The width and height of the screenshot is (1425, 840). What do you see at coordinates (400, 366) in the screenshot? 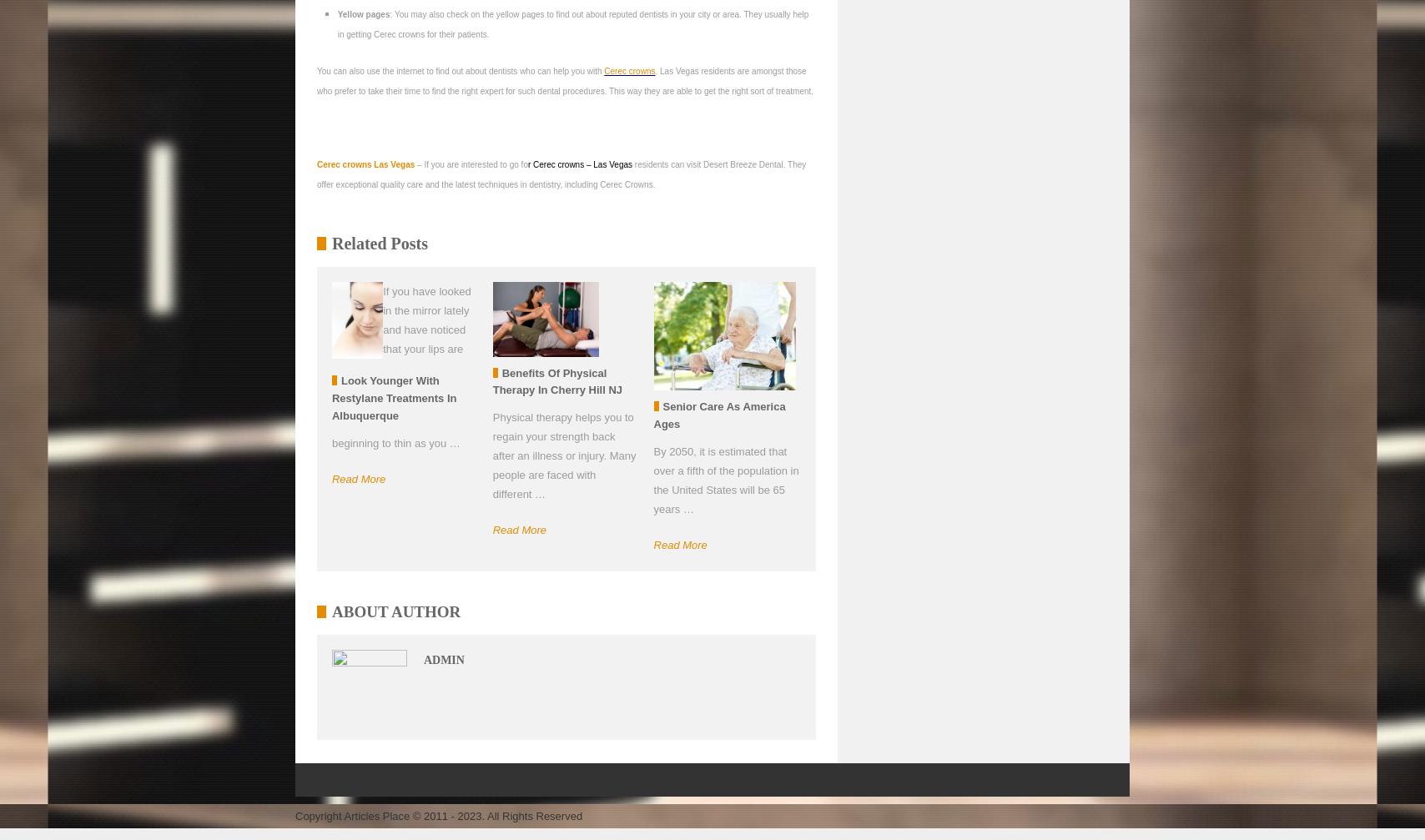
I see `'If you have looked in the mirror lately and have noticed that your lips are beginning to thin as you …'` at bounding box center [400, 366].